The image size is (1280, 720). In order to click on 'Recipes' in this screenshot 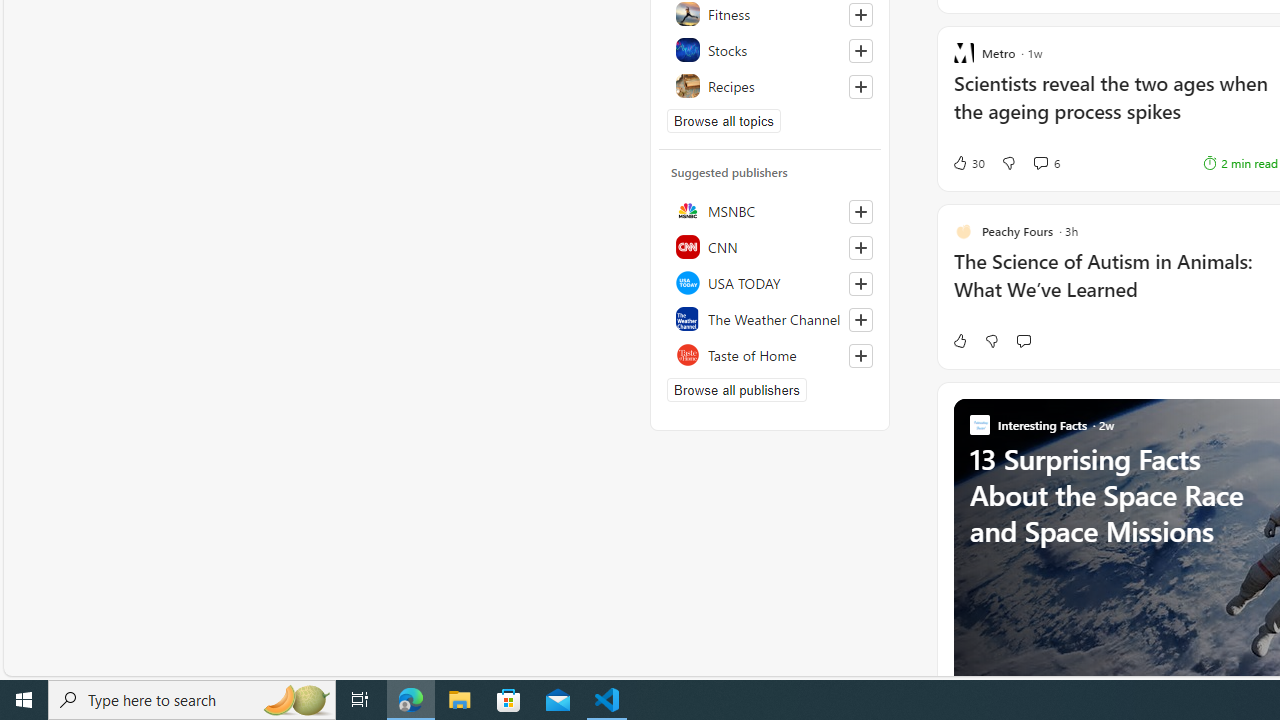, I will do `click(769, 85)`.